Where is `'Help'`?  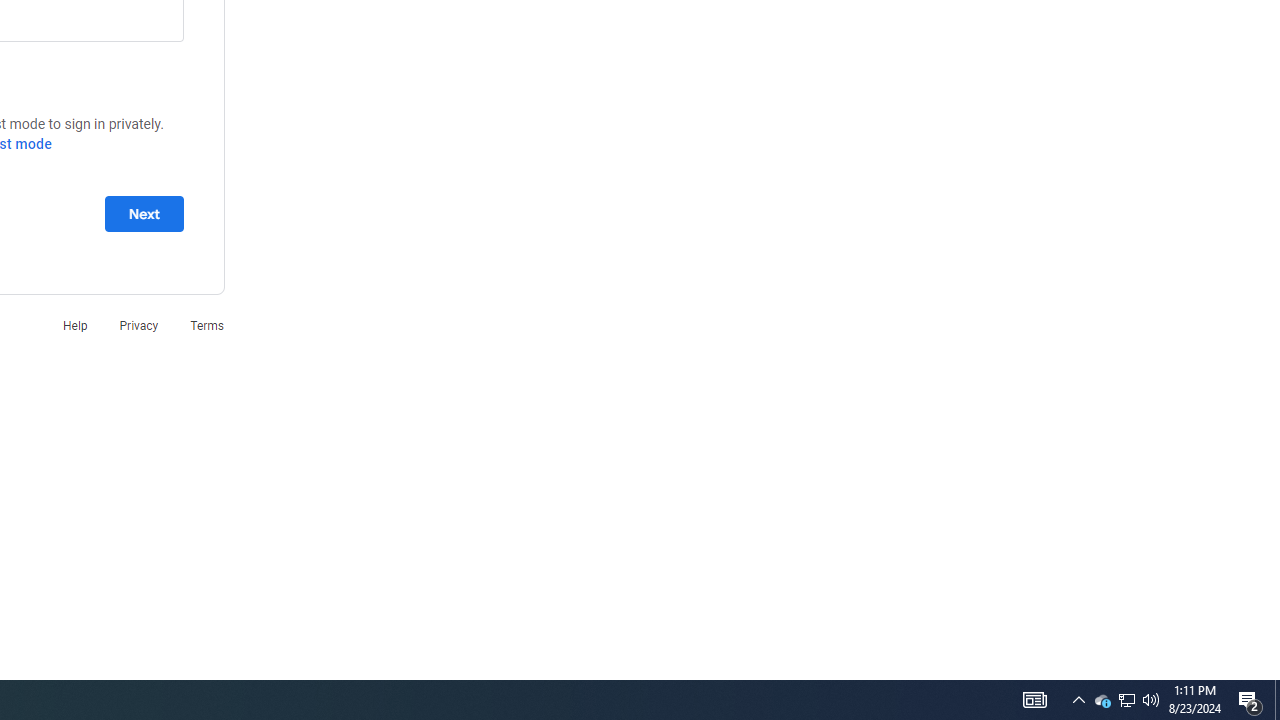 'Help' is located at coordinates (74, 324).